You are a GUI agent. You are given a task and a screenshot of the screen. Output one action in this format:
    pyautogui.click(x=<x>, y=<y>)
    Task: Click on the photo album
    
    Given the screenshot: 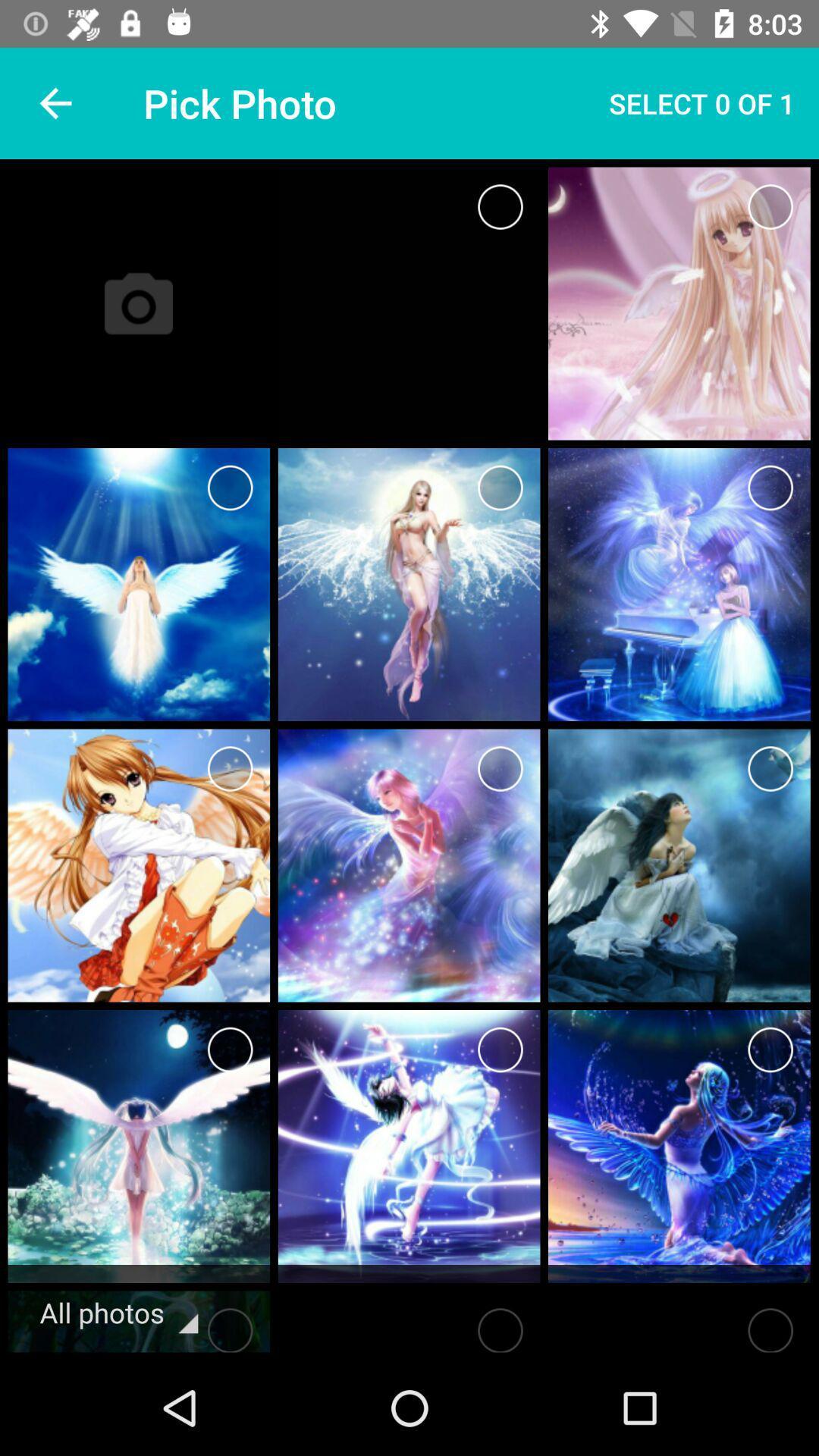 What is the action you would take?
    pyautogui.click(x=500, y=206)
    